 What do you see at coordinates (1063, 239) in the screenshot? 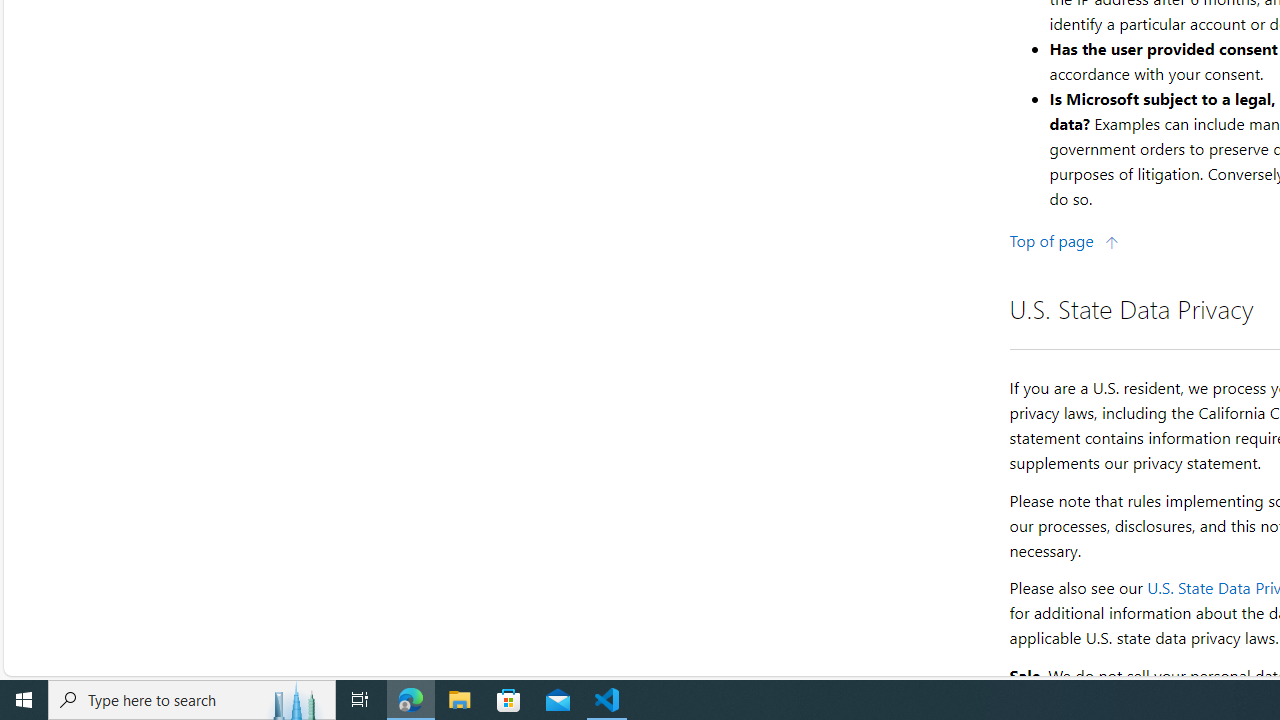
I see `'Top of page'` at bounding box center [1063, 239].